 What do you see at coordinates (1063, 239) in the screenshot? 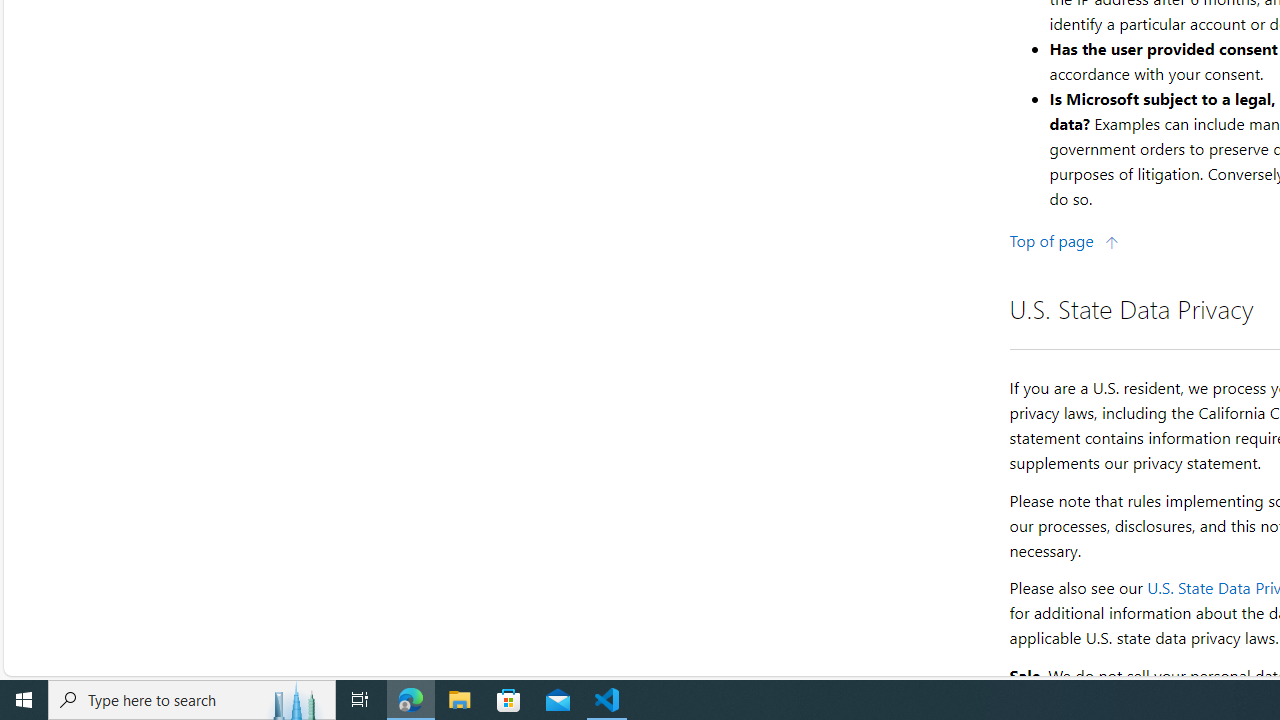
I see `'Top of page'` at bounding box center [1063, 239].